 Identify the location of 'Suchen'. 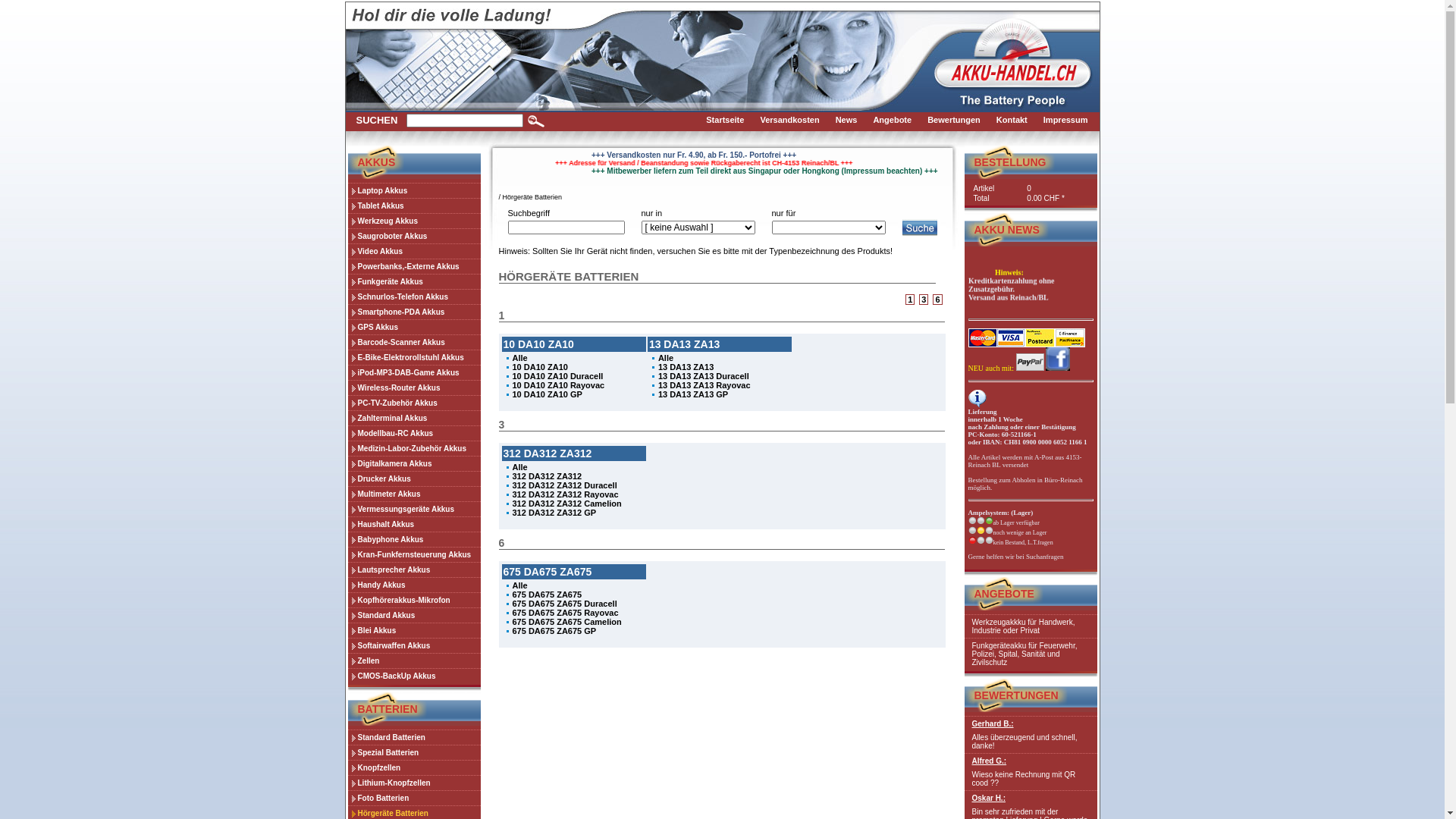
(527, 120).